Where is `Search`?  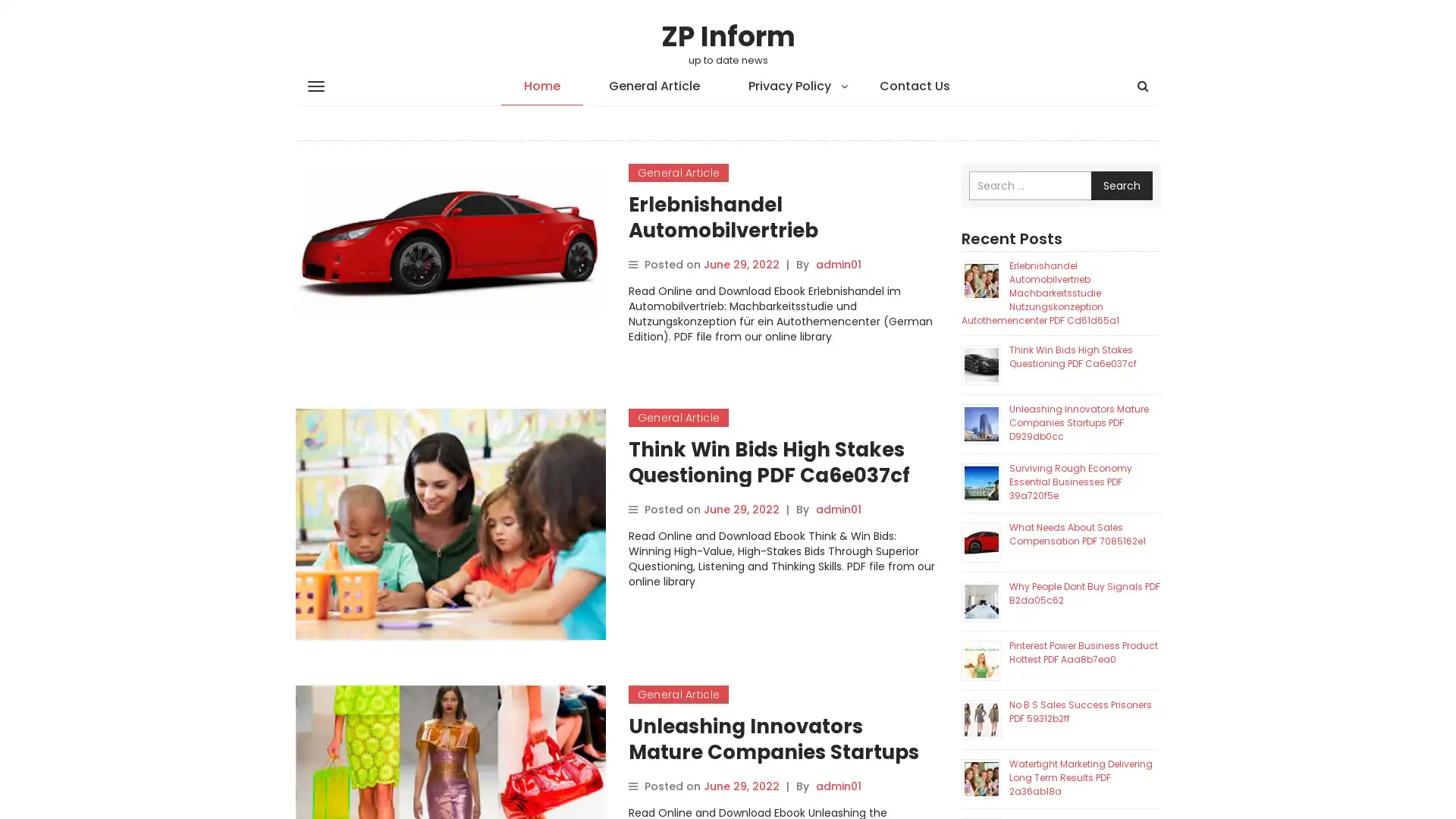 Search is located at coordinates (1122, 185).